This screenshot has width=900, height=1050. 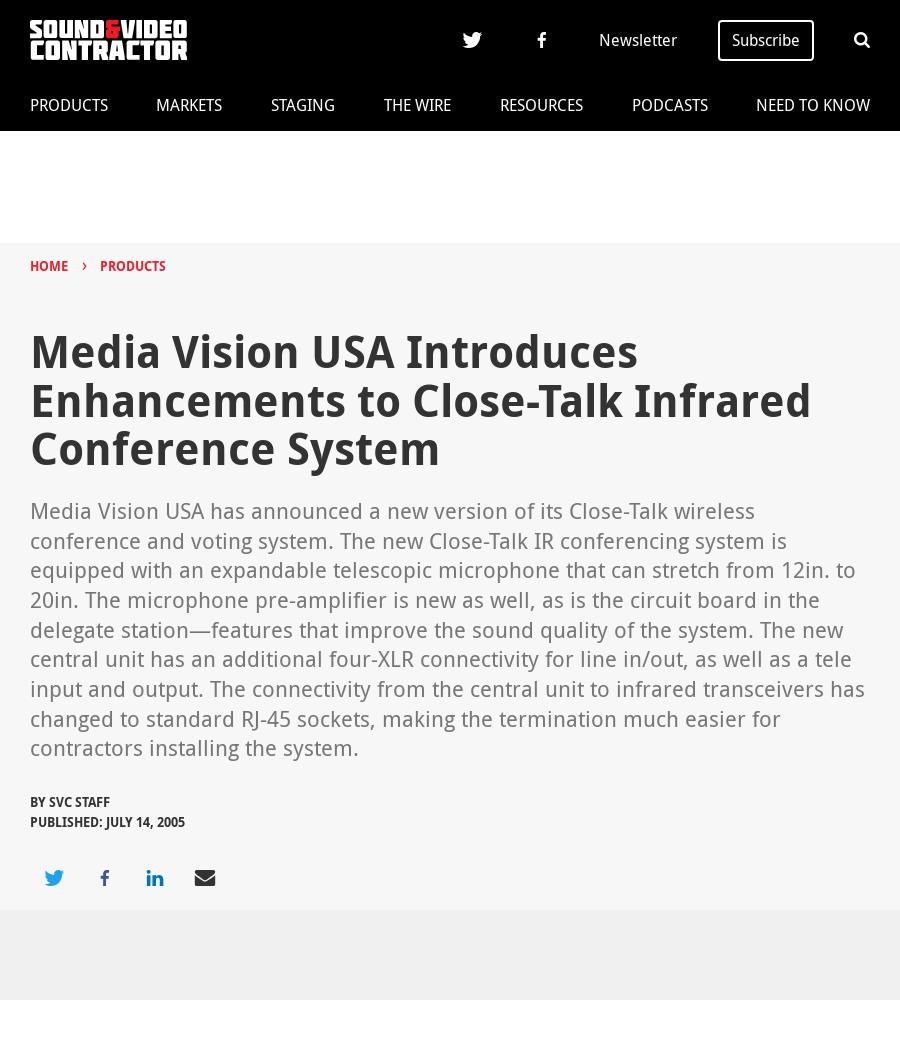 What do you see at coordinates (638, 39) in the screenshot?
I see `'Newsletter'` at bounding box center [638, 39].